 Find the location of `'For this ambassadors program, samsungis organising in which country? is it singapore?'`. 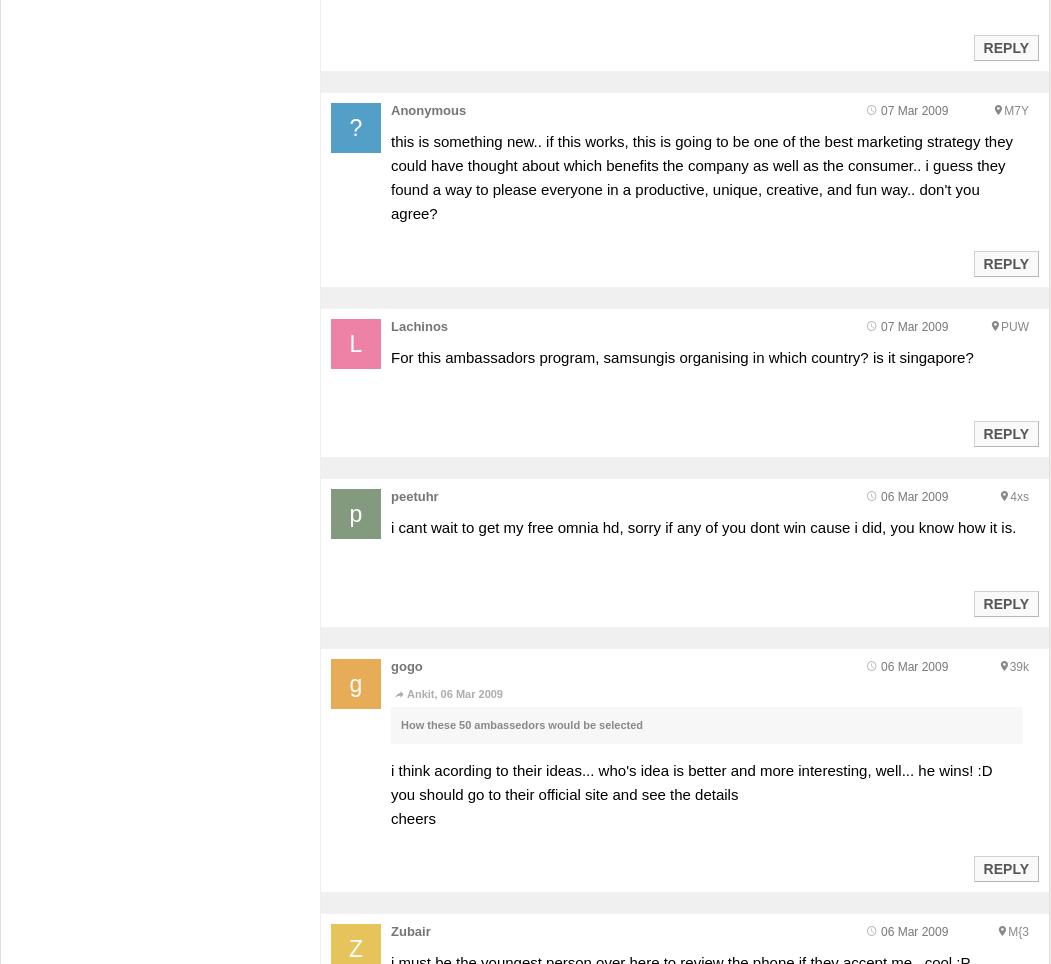

'For this ambassadors program, samsungis organising in which country? is it singapore?' is located at coordinates (389, 356).